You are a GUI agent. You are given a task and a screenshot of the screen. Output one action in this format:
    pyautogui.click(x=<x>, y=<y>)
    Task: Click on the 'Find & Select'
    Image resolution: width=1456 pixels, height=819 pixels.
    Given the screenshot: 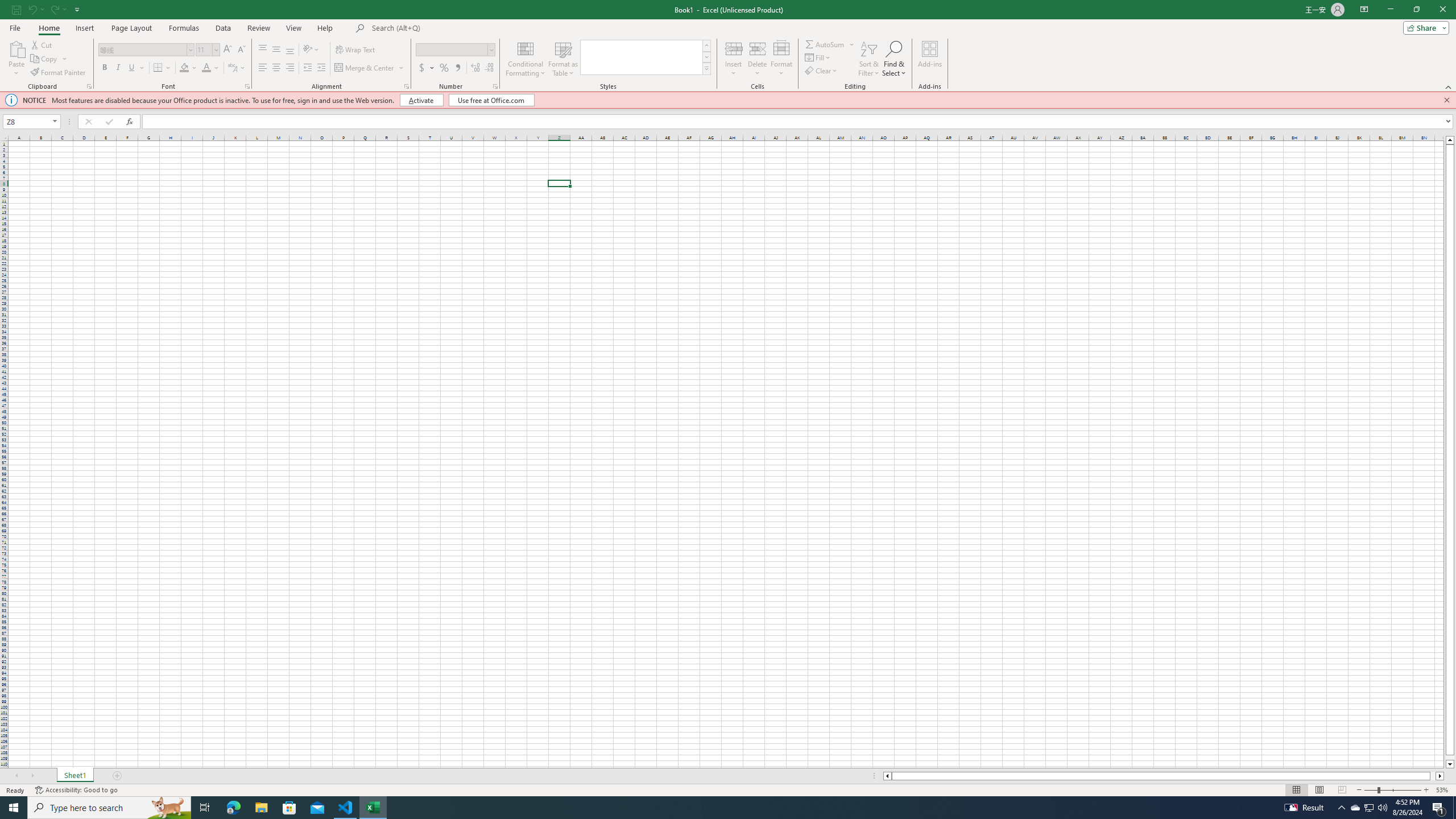 What is the action you would take?
    pyautogui.click(x=893, y=59)
    